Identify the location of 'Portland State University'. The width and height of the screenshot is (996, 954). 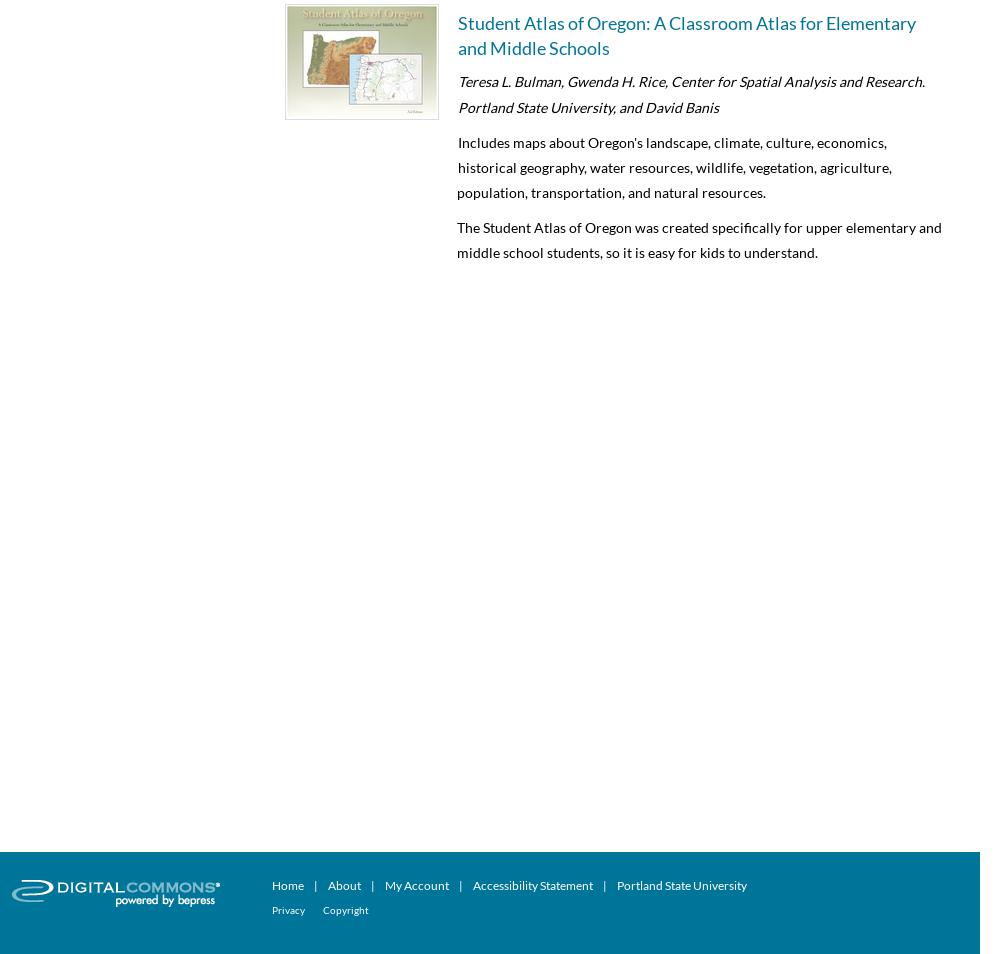
(681, 884).